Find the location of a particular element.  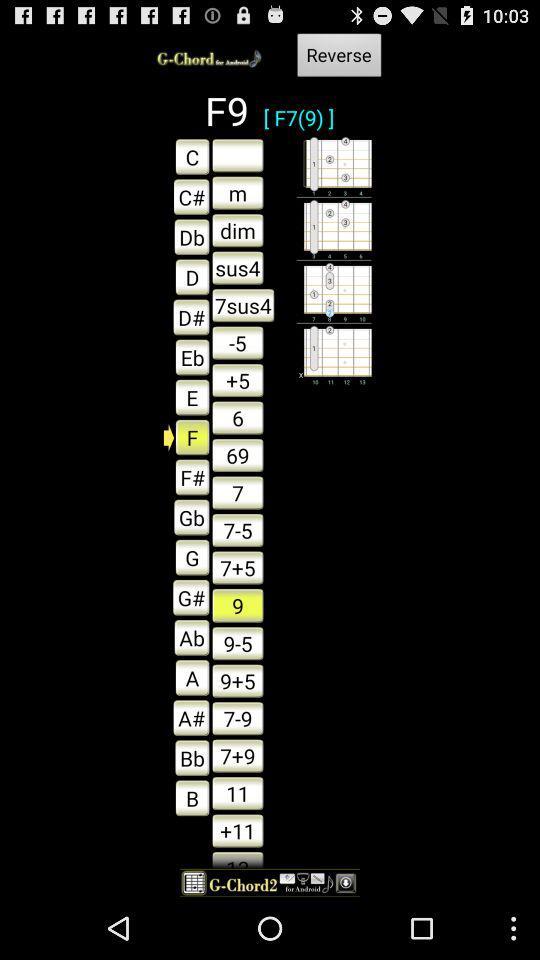

the item below +11 item is located at coordinates (237, 858).